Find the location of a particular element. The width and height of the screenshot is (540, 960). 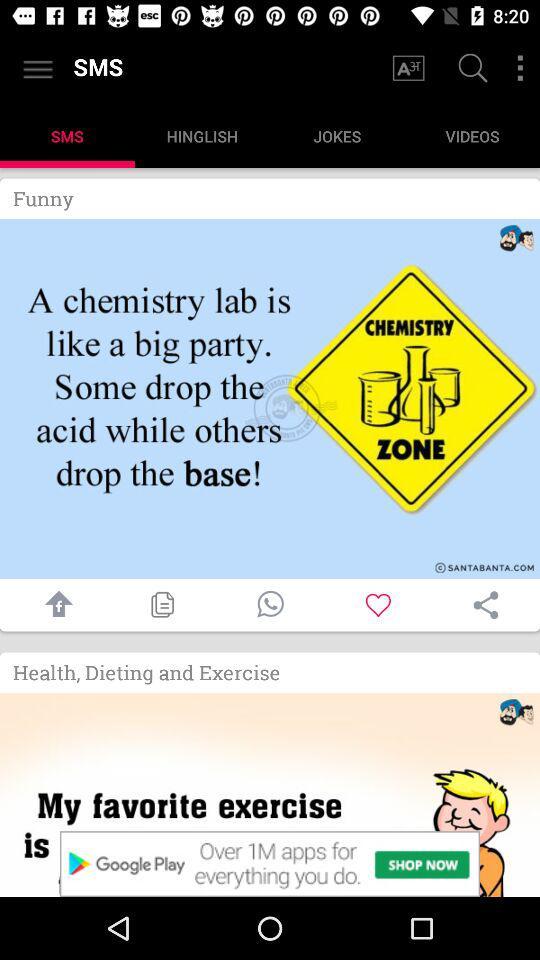

upload to facebook is located at coordinates (54, 604).